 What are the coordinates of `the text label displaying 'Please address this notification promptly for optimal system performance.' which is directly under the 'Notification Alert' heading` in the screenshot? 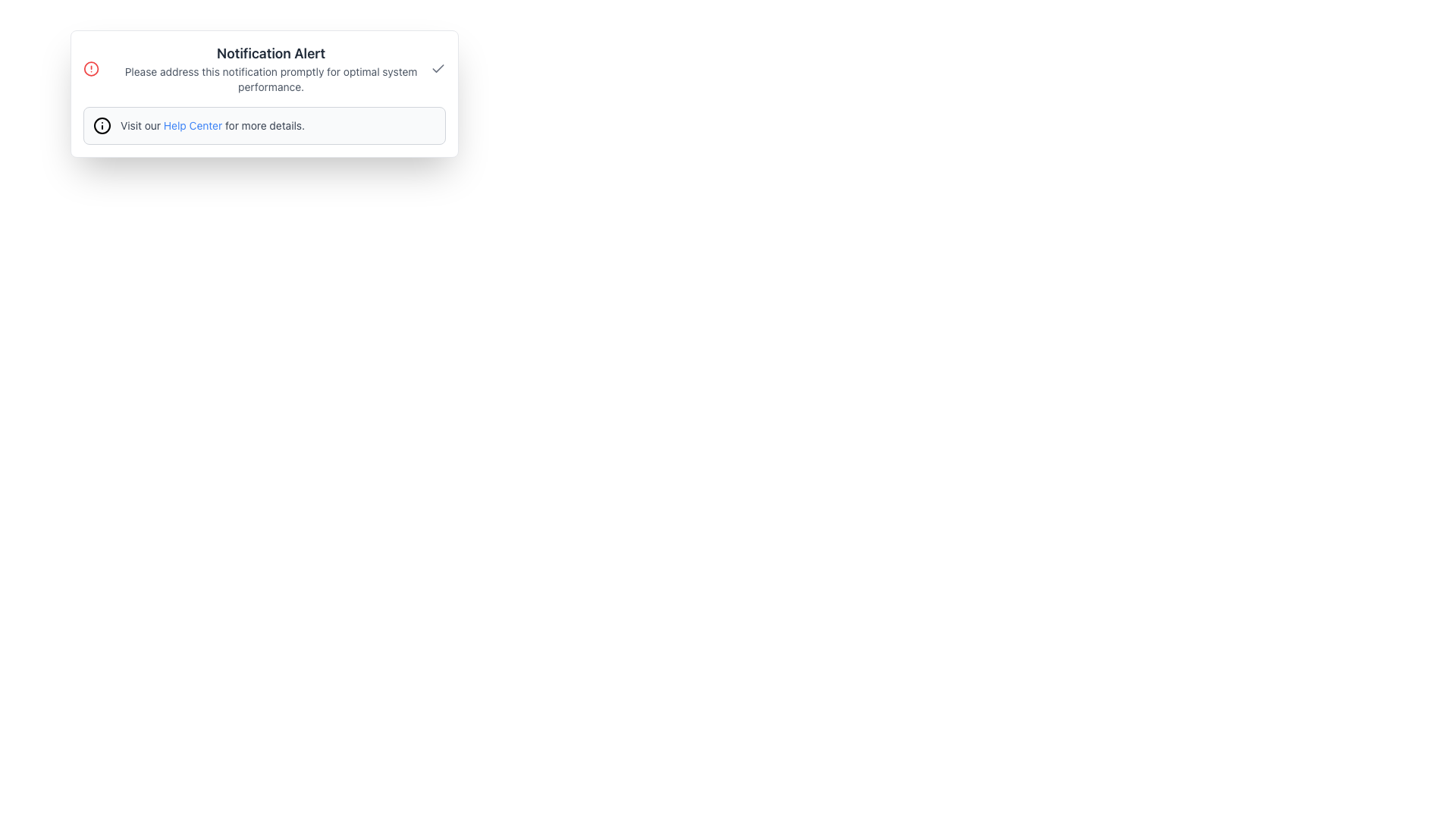 It's located at (271, 79).